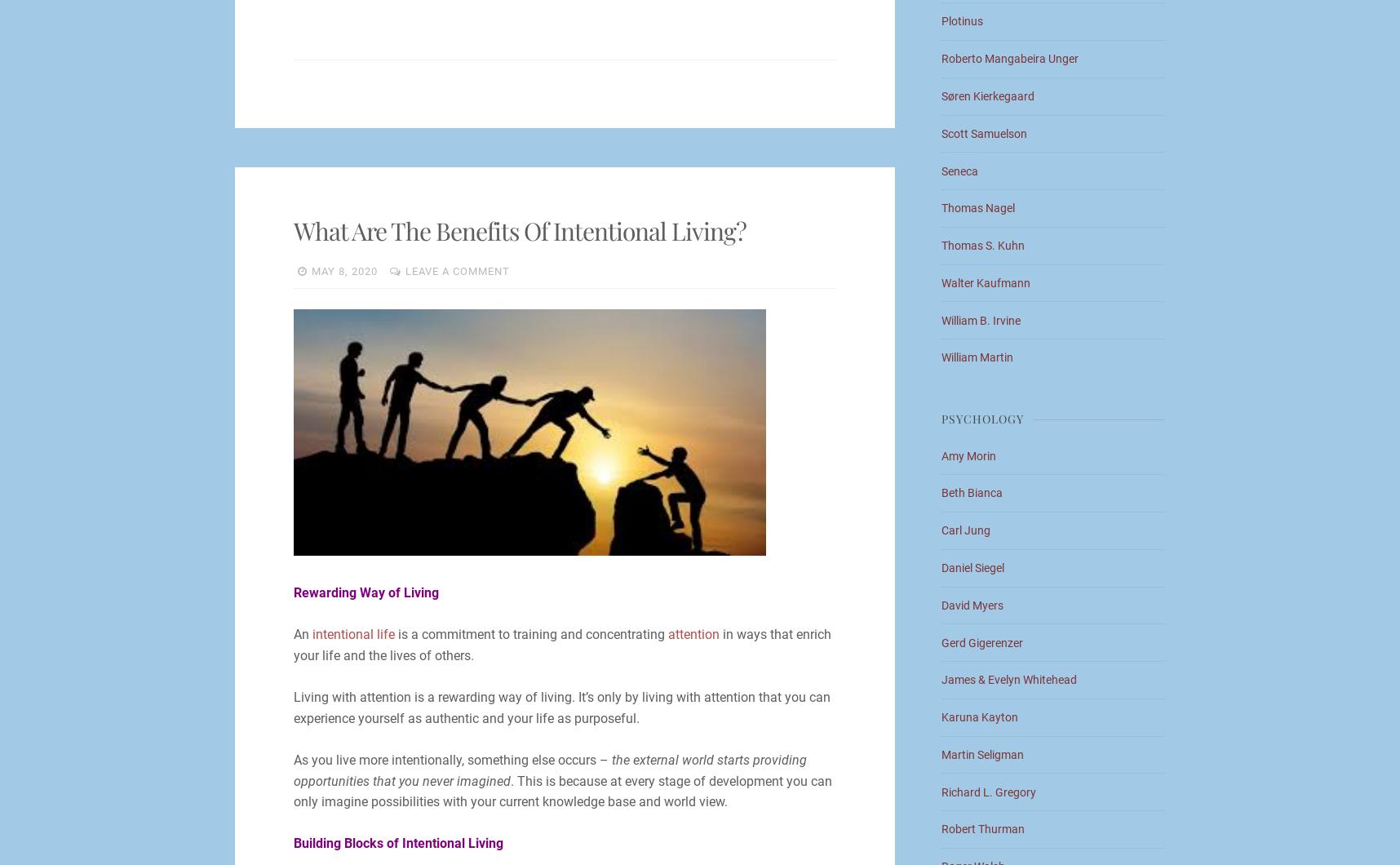 Image resolution: width=1400 pixels, height=865 pixels. What do you see at coordinates (972, 566) in the screenshot?
I see `'Daniel Siegel'` at bounding box center [972, 566].